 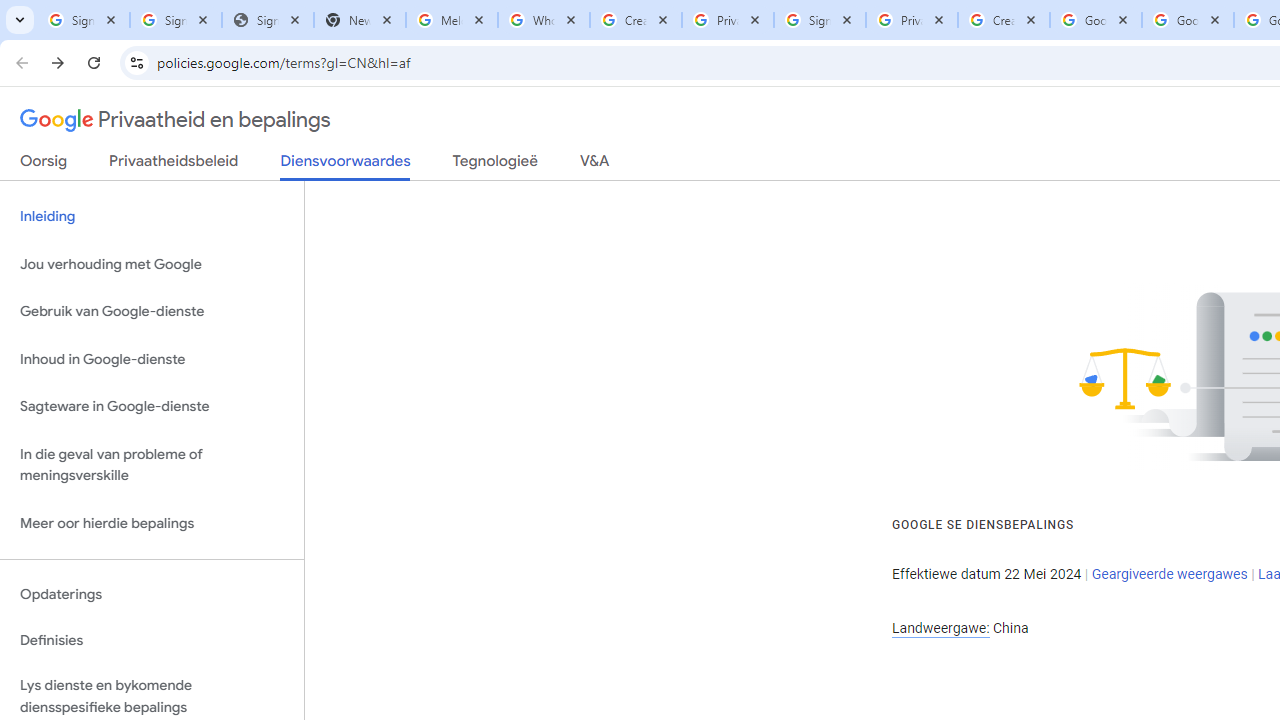 I want to click on 'Who is my administrator? - Google Account Help', so click(x=544, y=20).